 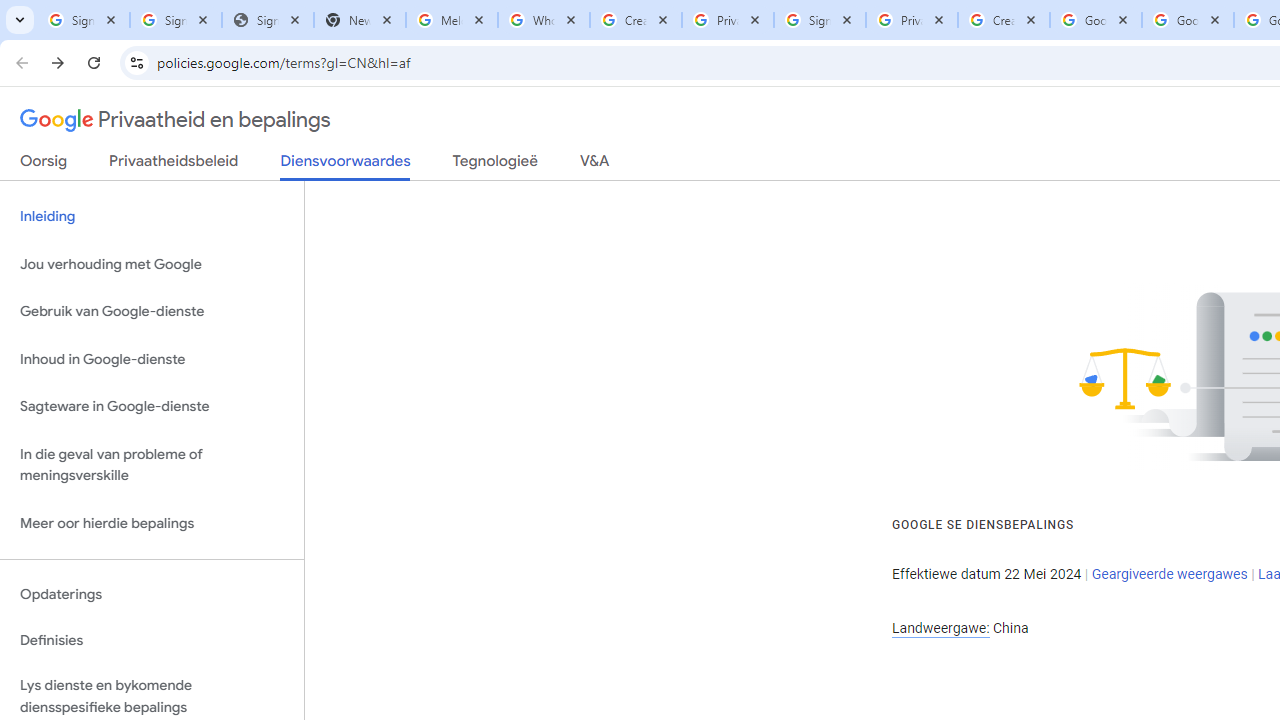 I want to click on 'Who is my administrator? - Google Account Help', so click(x=544, y=20).